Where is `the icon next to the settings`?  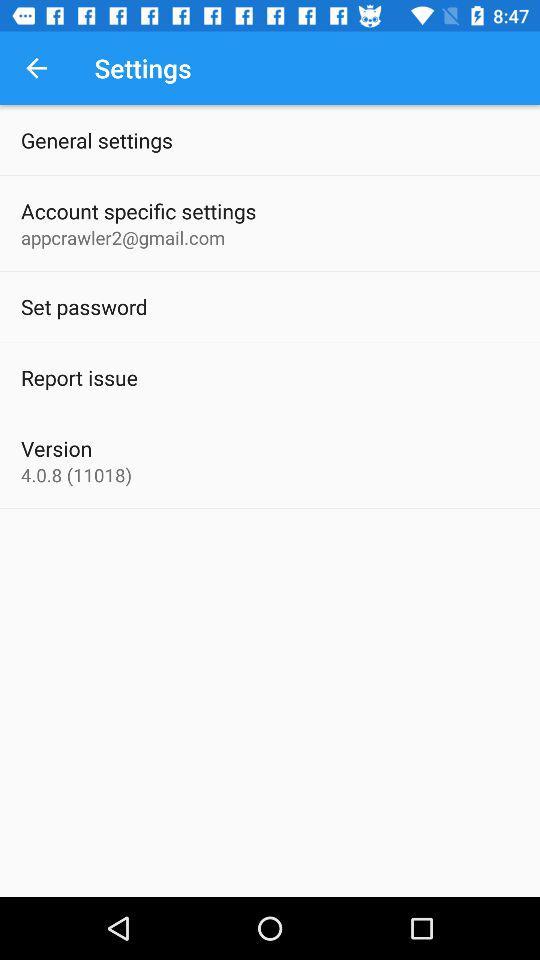 the icon next to the settings is located at coordinates (36, 68).